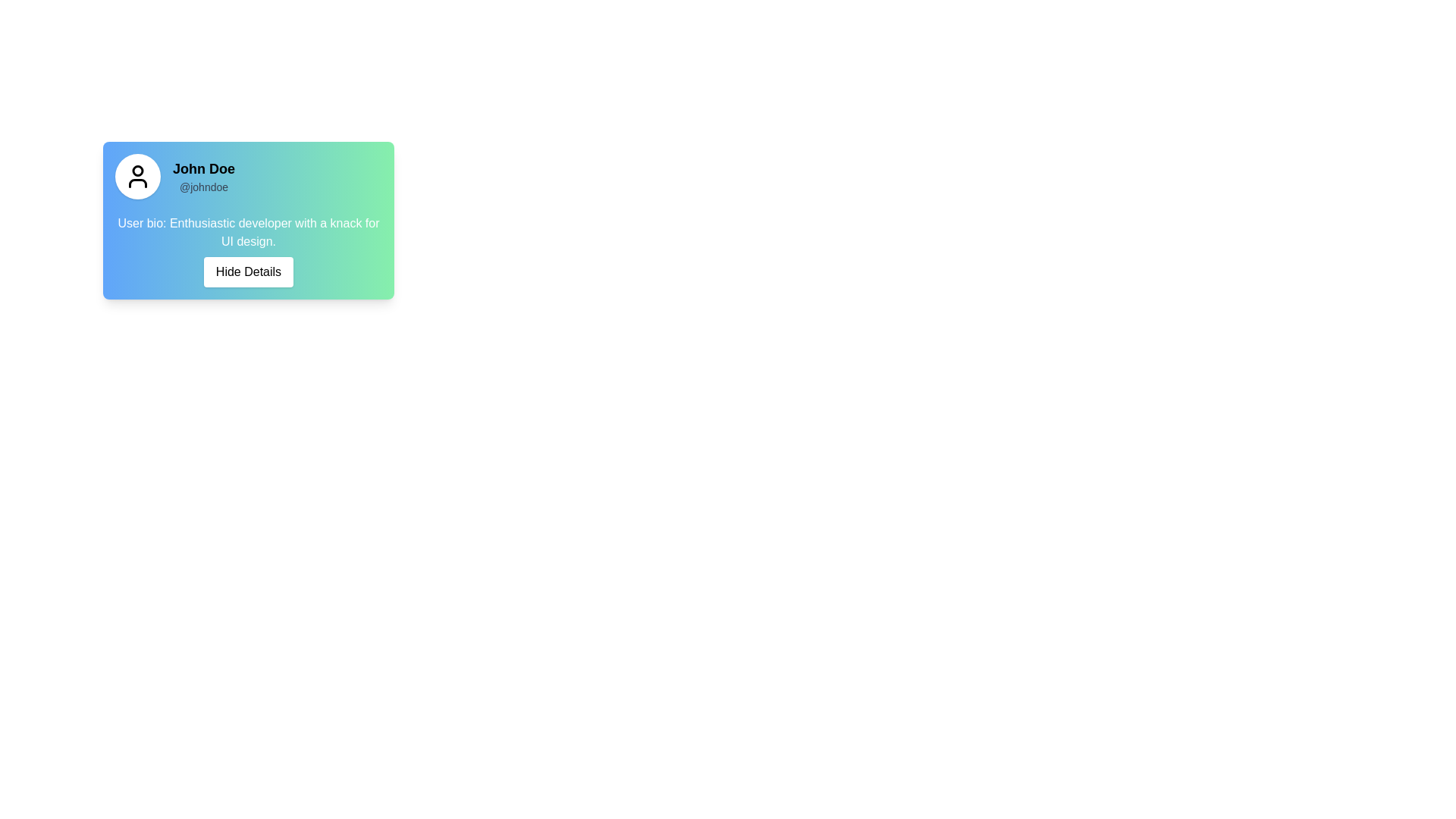  Describe the element at coordinates (248, 250) in the screenshot. I see `the text display area that shows the user's bio and description, located below the user information and above the 'Hide Details' button` at that location.